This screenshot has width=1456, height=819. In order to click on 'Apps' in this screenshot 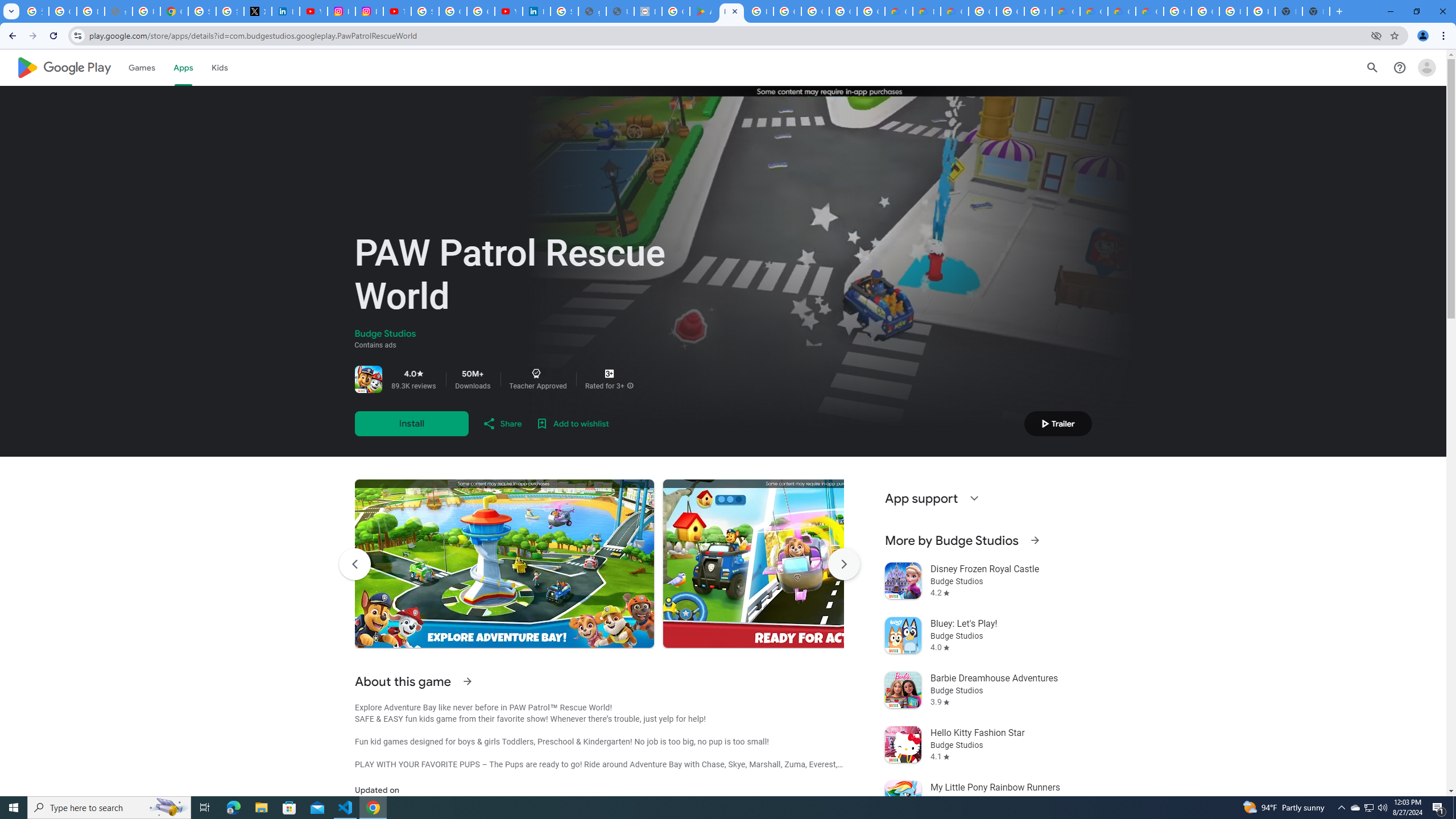, I will do `click(183, 67)`.